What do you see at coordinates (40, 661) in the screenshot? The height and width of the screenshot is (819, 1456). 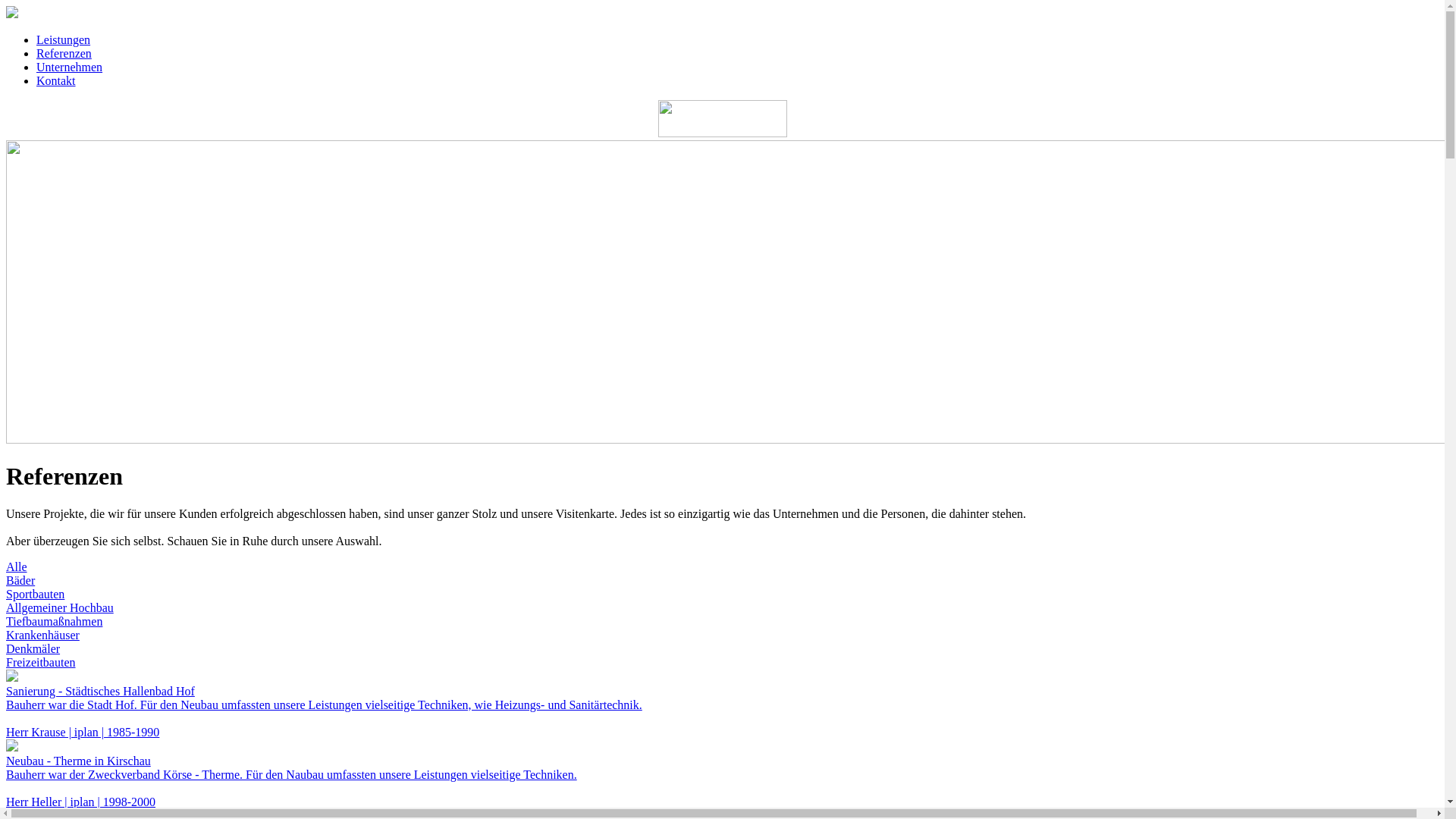 I see `'Freizeitbauten'` at bounding box center [40, 661].